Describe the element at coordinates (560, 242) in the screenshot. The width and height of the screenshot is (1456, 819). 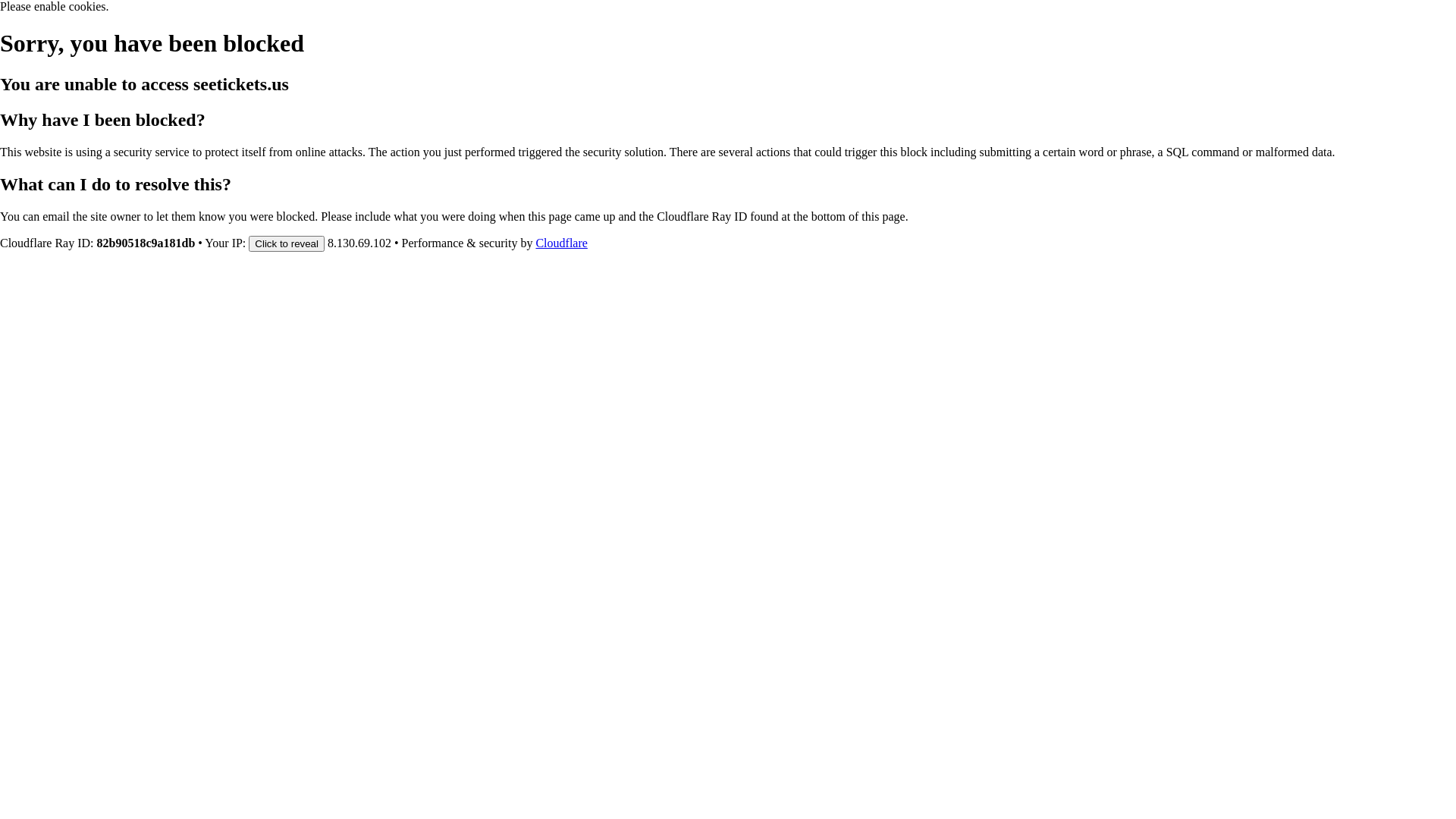
I see `'Cloudflare'` at that location.